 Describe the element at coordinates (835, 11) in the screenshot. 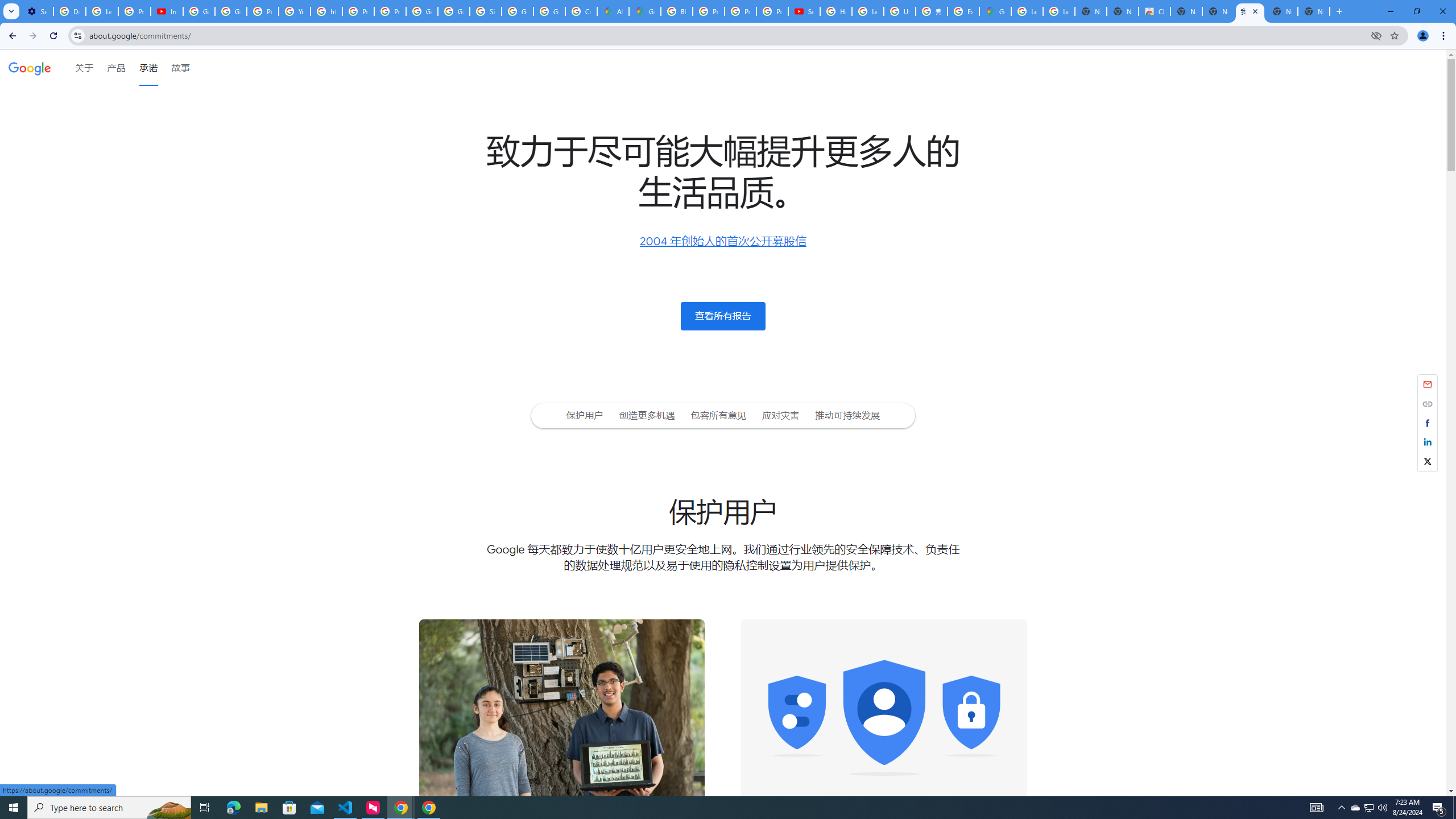

I see `'How Chrome protects your passwords - Google Chrome Help'` at that location.